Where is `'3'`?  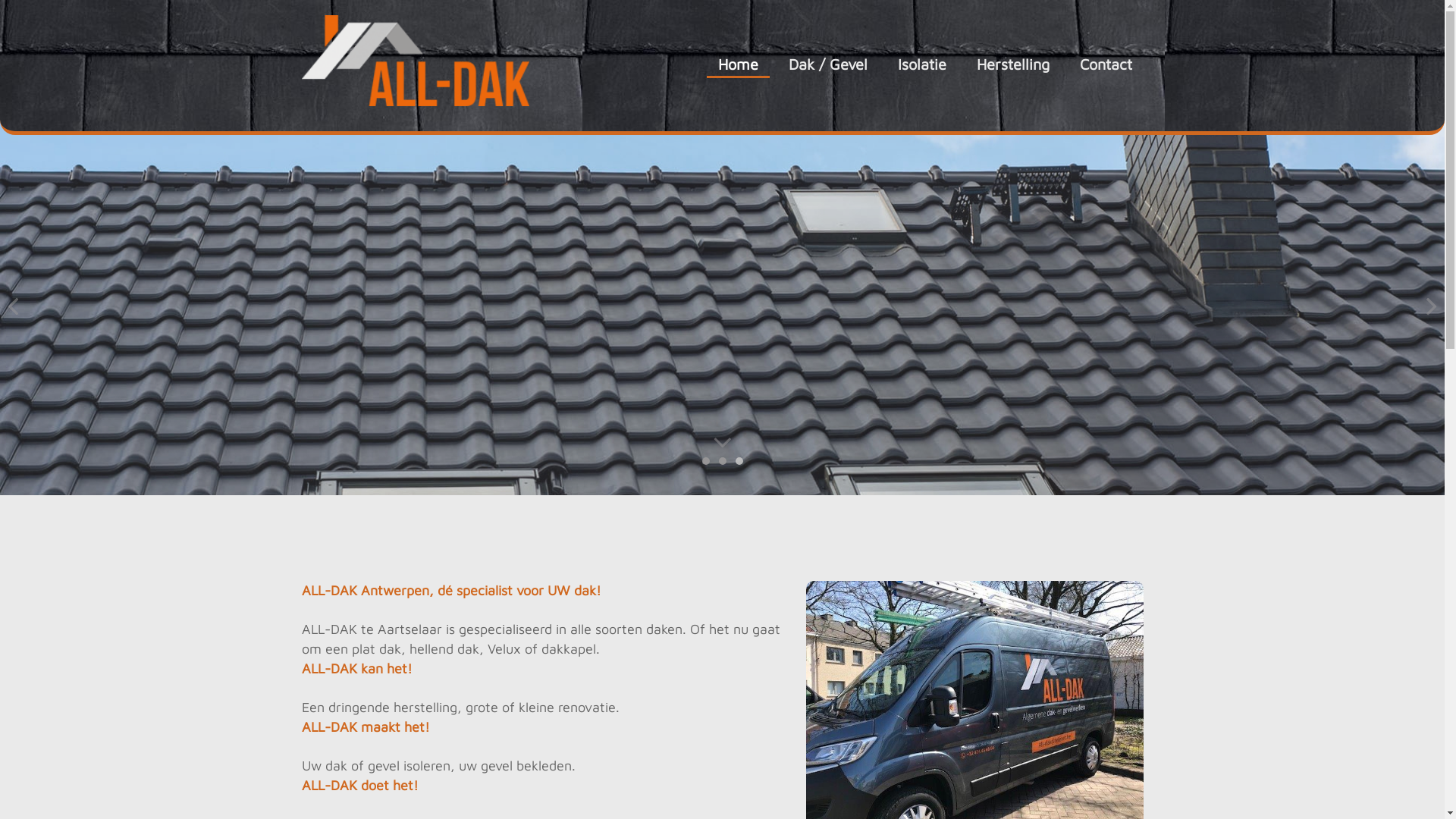 '3' is located at coordinates (739, 460).